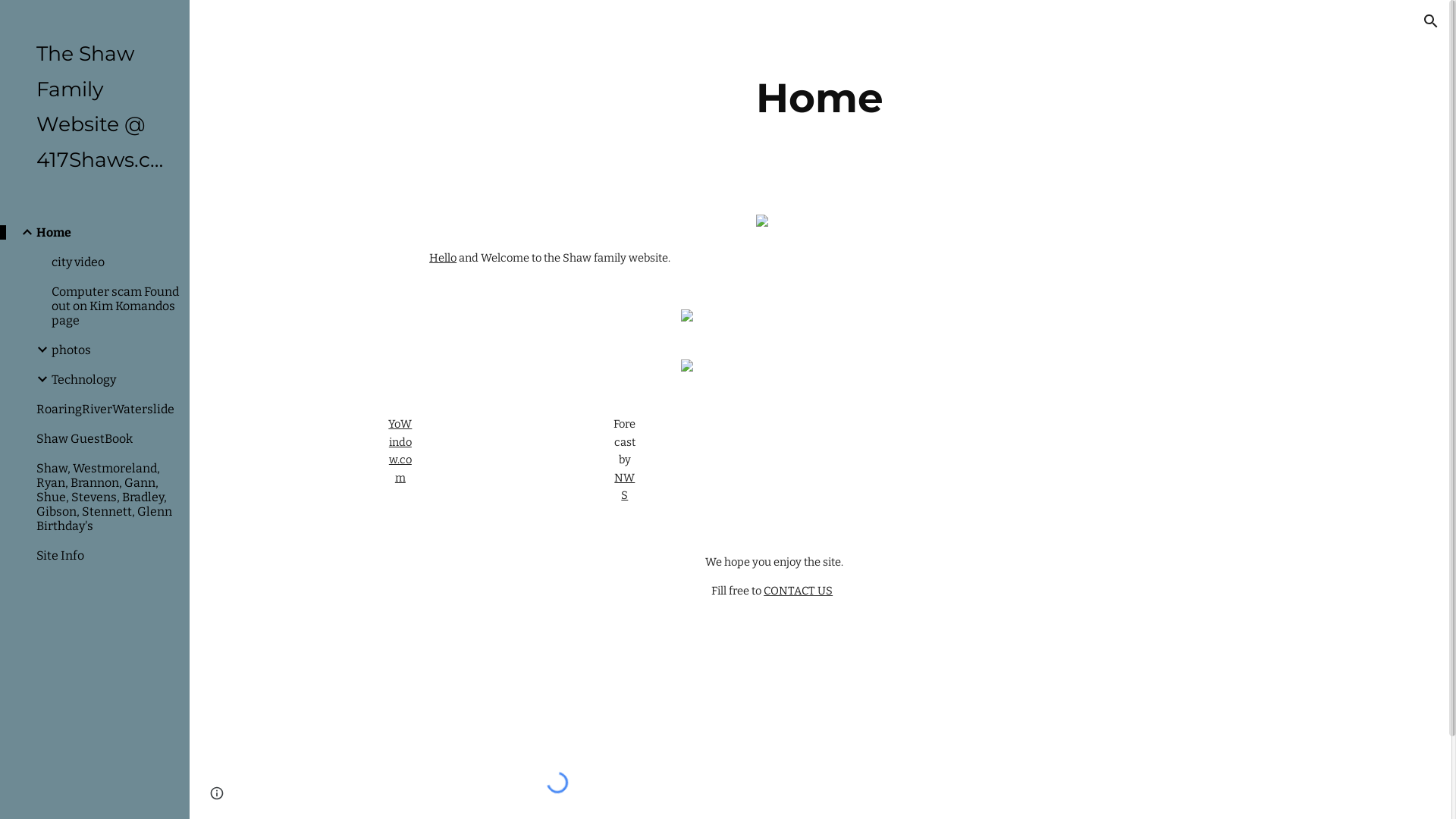 This screenshot has height=819, width=1456. What do you see at coordinates (113, 378) in the screenshot?
I see `'Technology'` at bounding box center [113, 378].